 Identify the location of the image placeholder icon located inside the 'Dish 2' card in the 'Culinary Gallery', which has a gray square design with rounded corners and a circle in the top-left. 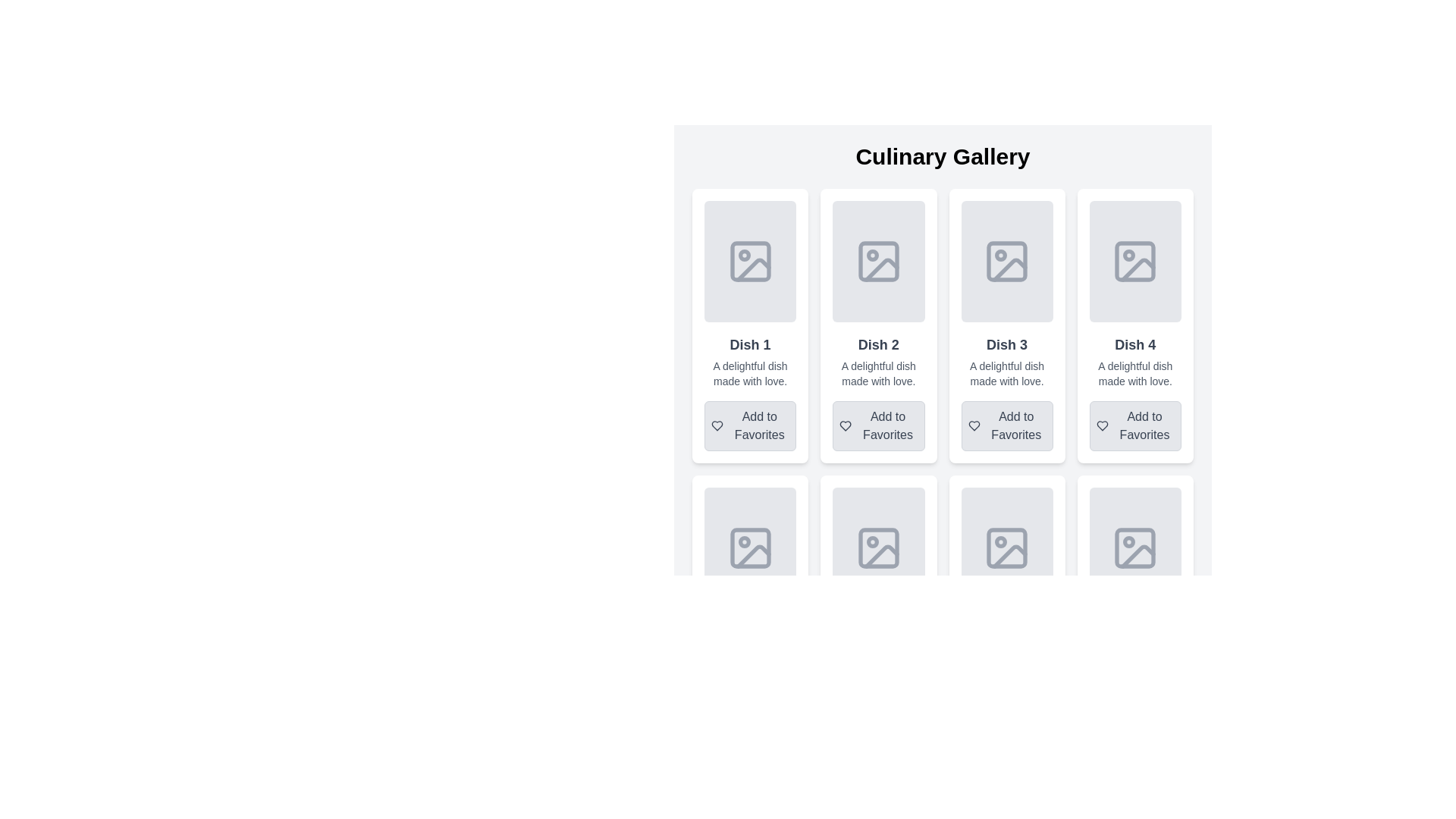
(878, 260).